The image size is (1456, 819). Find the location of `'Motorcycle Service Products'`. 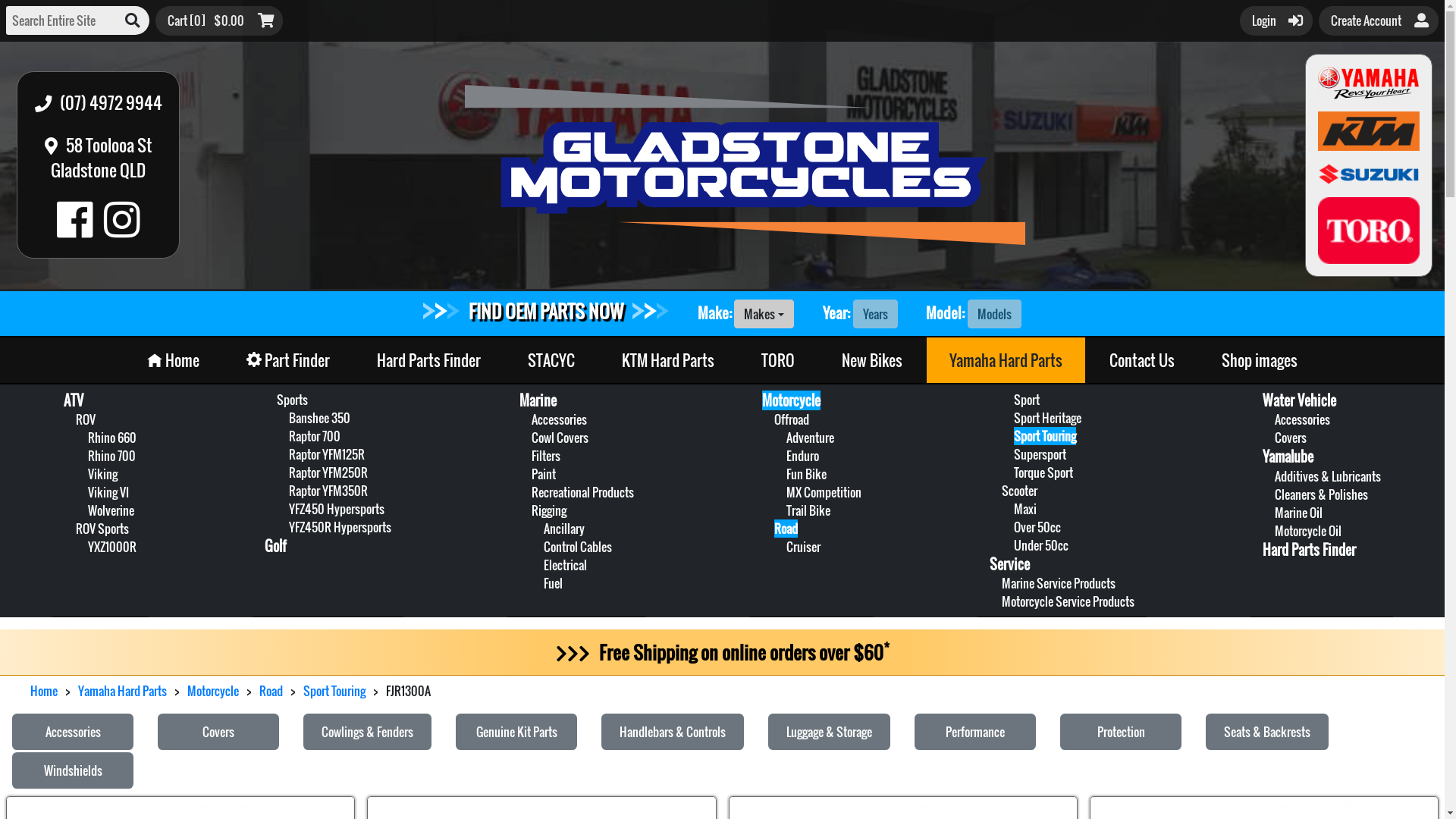

'Motorcycle Service Products' is located at coordinates (1067, 601).